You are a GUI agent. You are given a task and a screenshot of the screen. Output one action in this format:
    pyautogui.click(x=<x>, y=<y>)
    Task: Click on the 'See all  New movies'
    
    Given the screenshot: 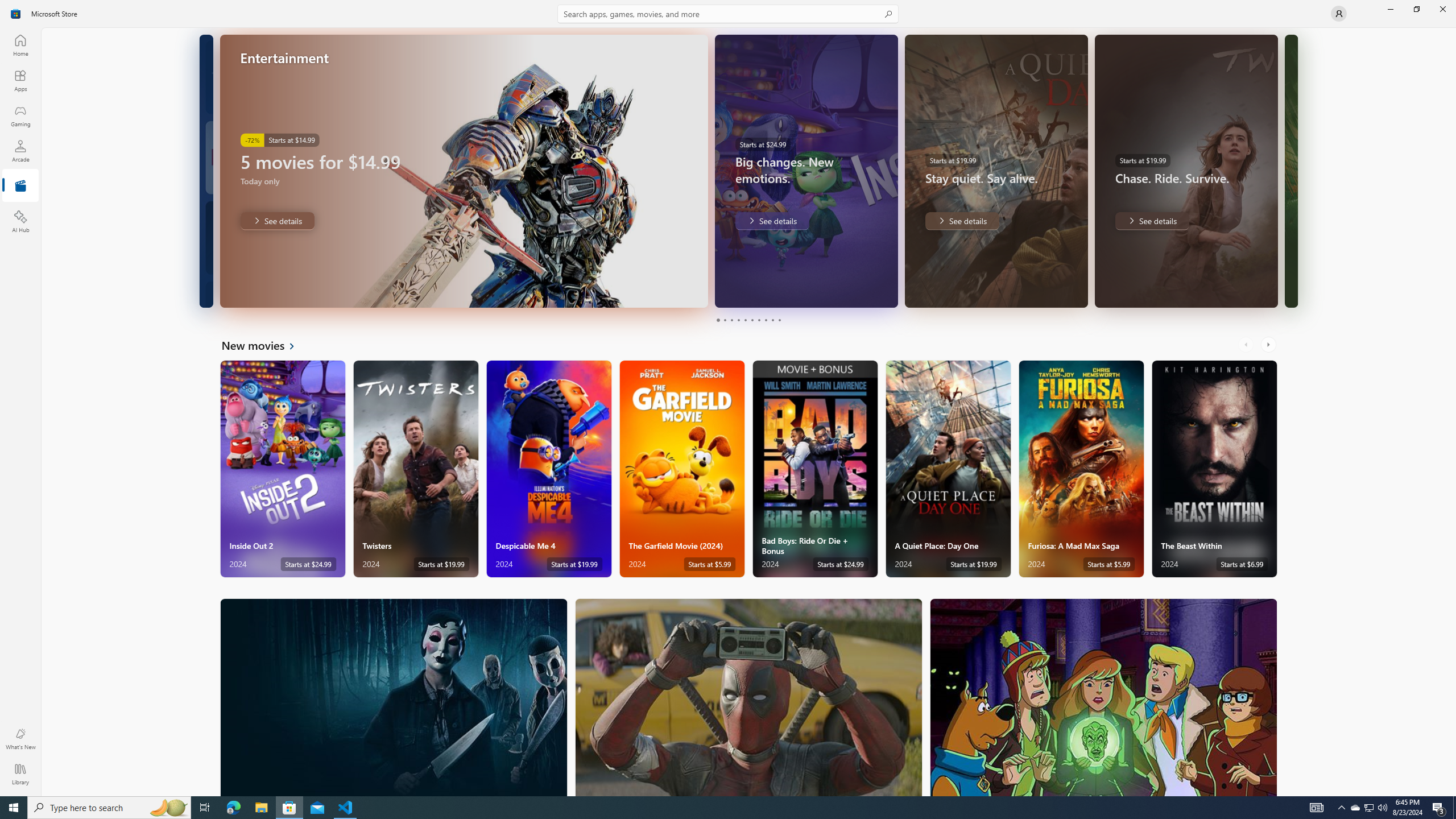 What is the action you would take?
    pyautogui.click(x=264, y=344)
    